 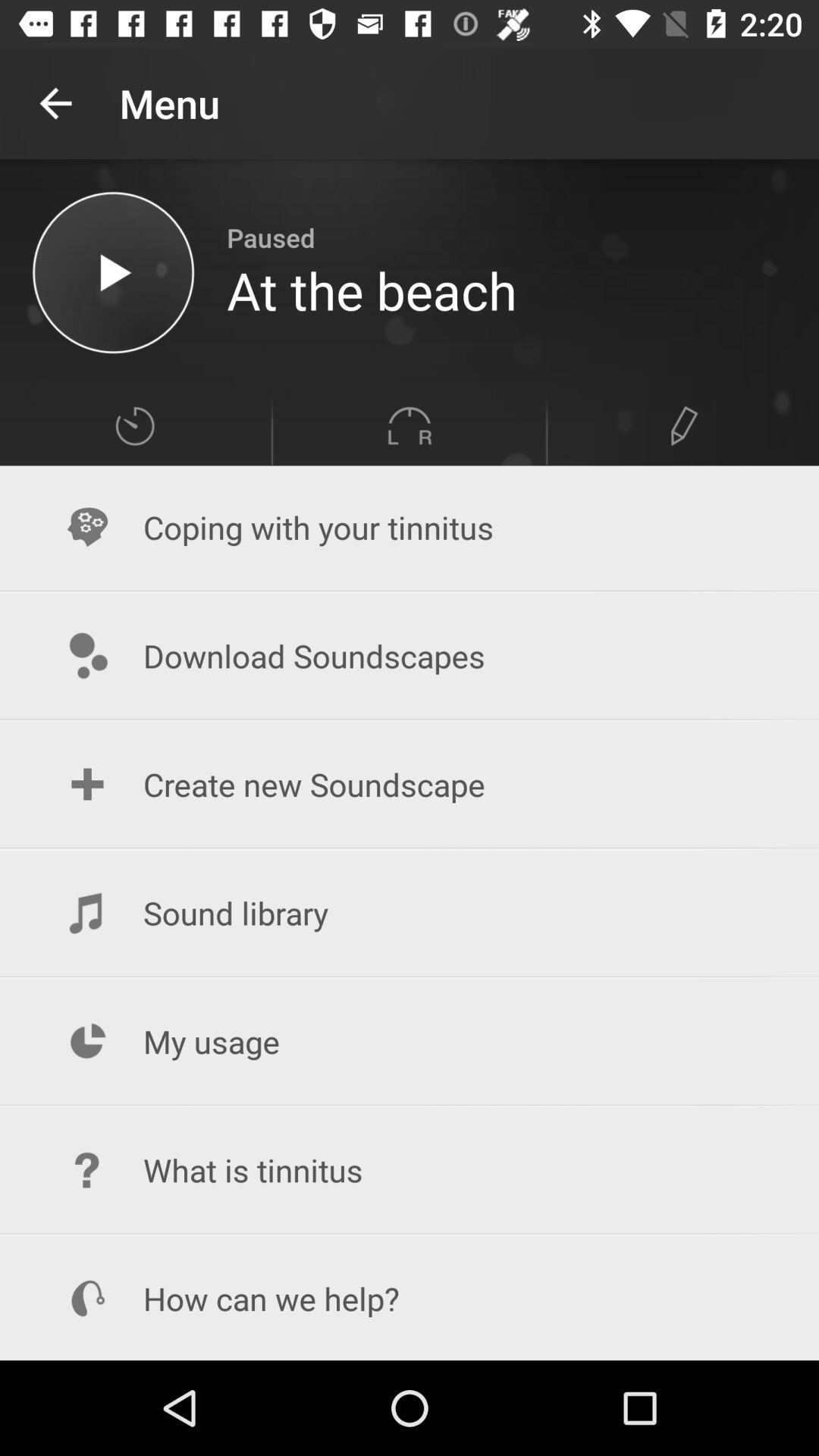 What do you see at coordinates (409, 1040) in the screenshot?
I see `the my usage icon` at bounding box center [409, 1040].